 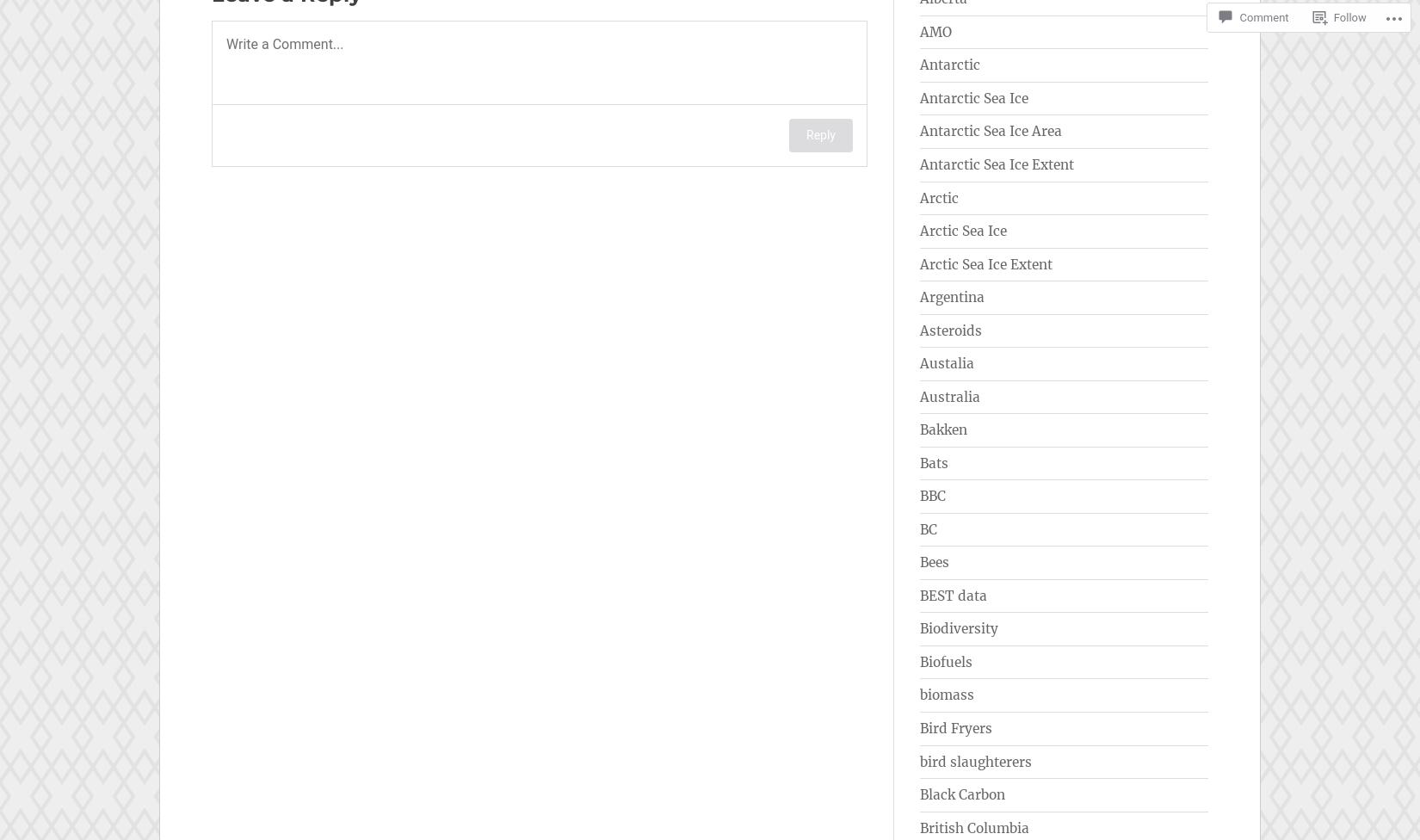 What do you see at coordinates (947, 695) in the screenshot?
I see `'biomass'` at bounding box center [947, 695].